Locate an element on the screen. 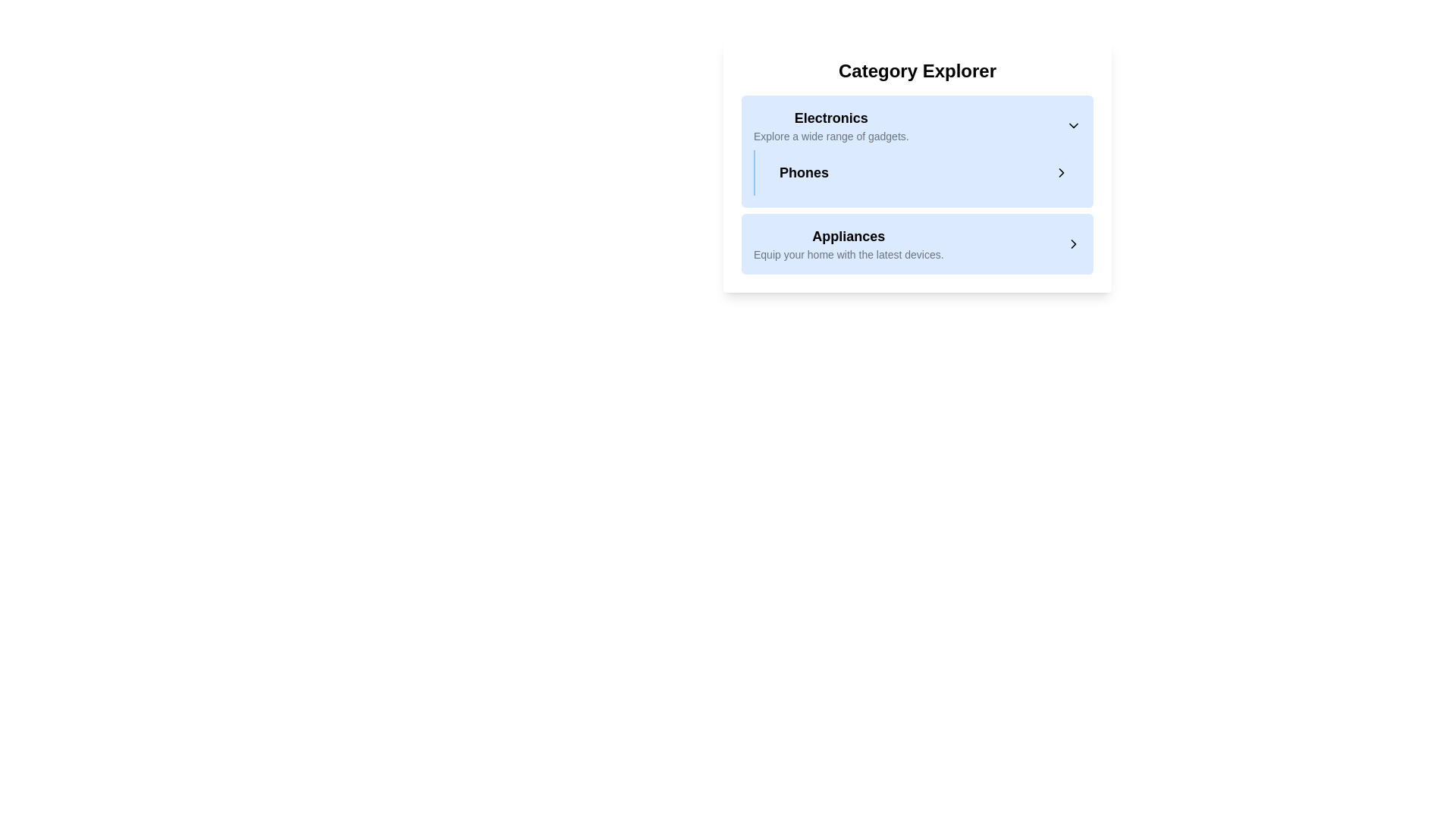 The height and width of the screenshot is (819, 1456). text from the 'Electronics' label and its description 'Explore a wide range of gadgets.' located within the light blue rectangular section under 'Category Explorer.' is located at coordinates (830, 124).